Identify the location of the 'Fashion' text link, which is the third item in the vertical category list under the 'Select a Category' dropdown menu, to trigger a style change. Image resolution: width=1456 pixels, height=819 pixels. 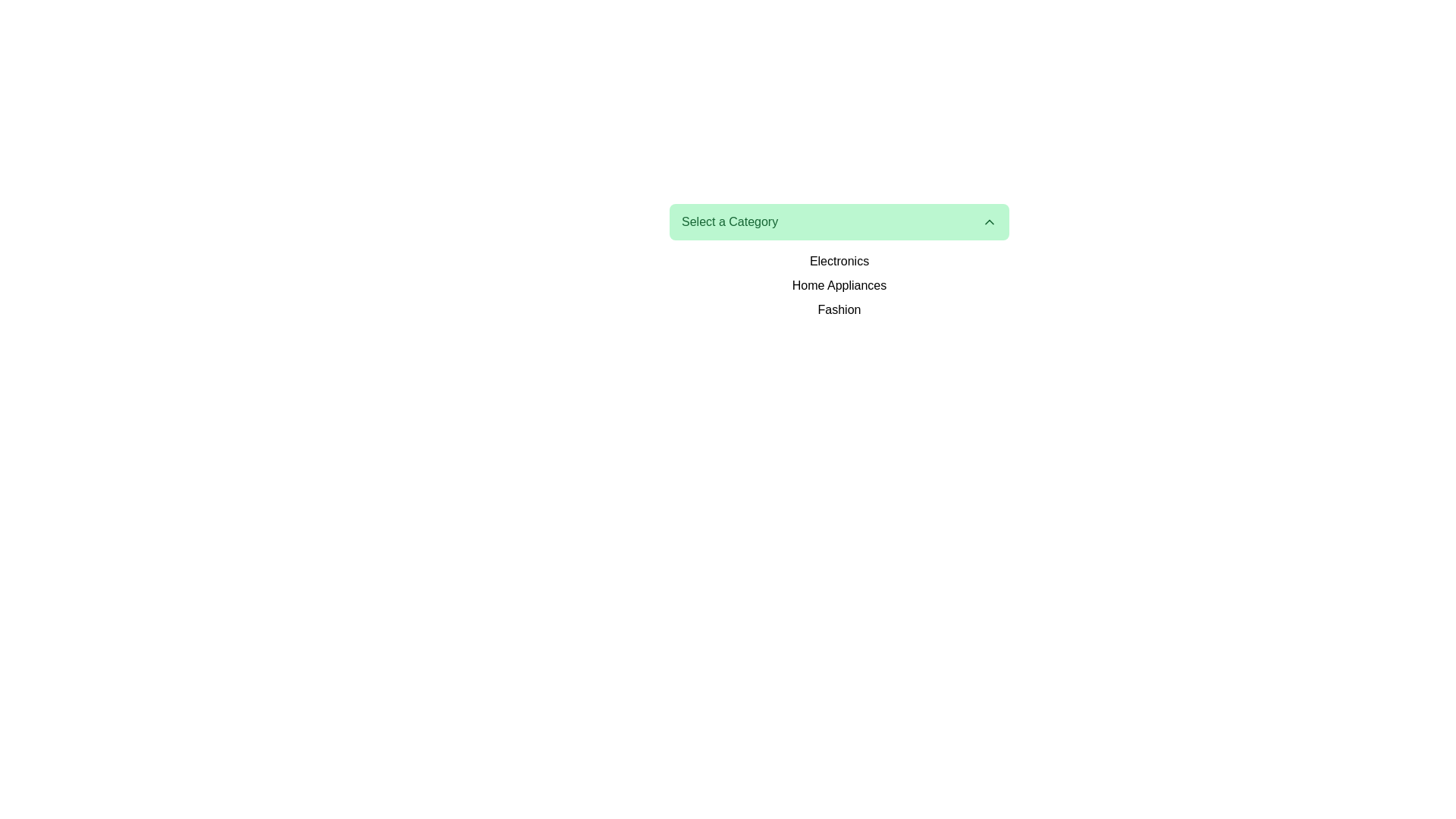
(839, 309).